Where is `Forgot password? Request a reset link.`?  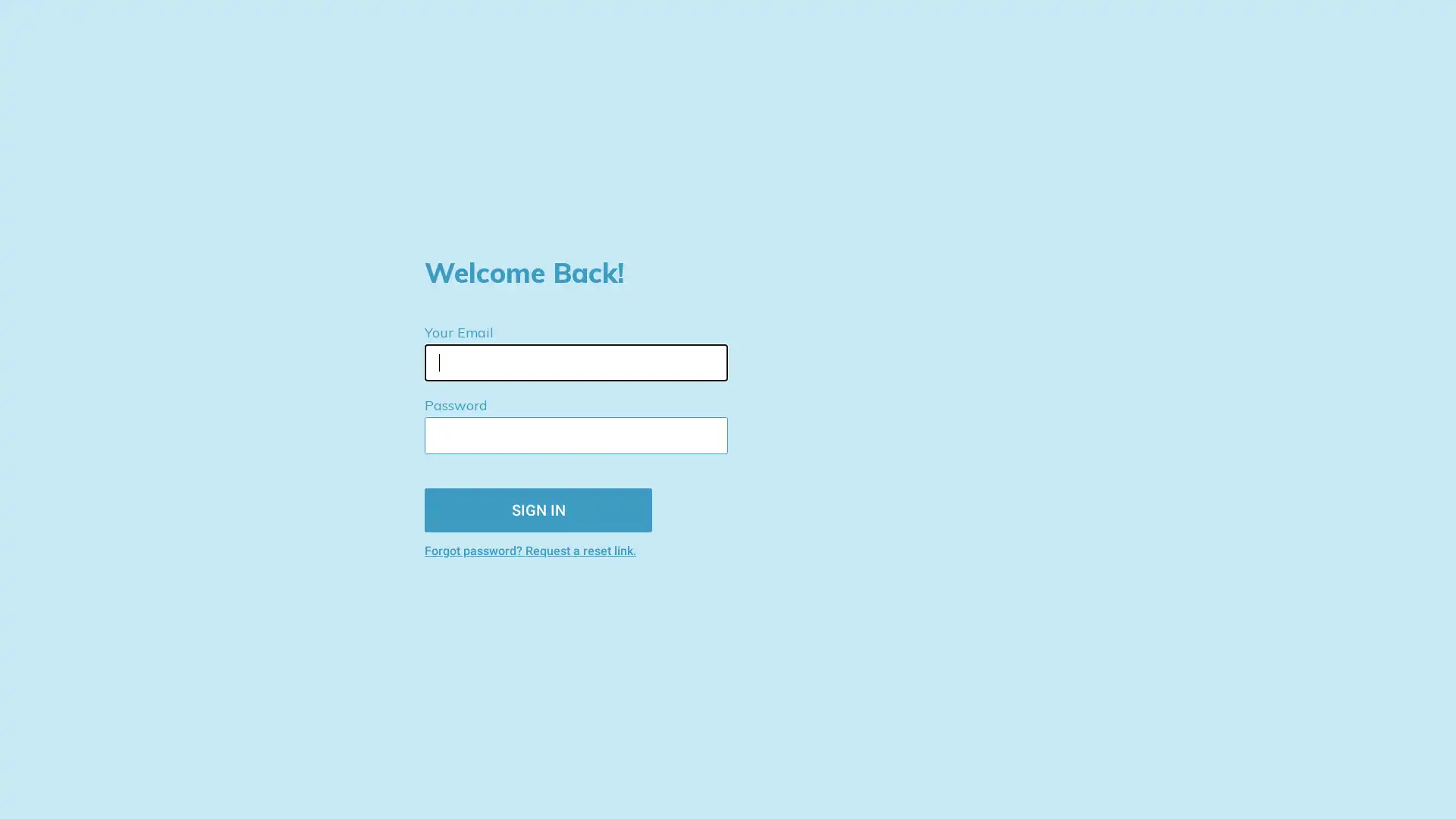 Forgot password? Request a reset link. is located at coordinates (598, 550).